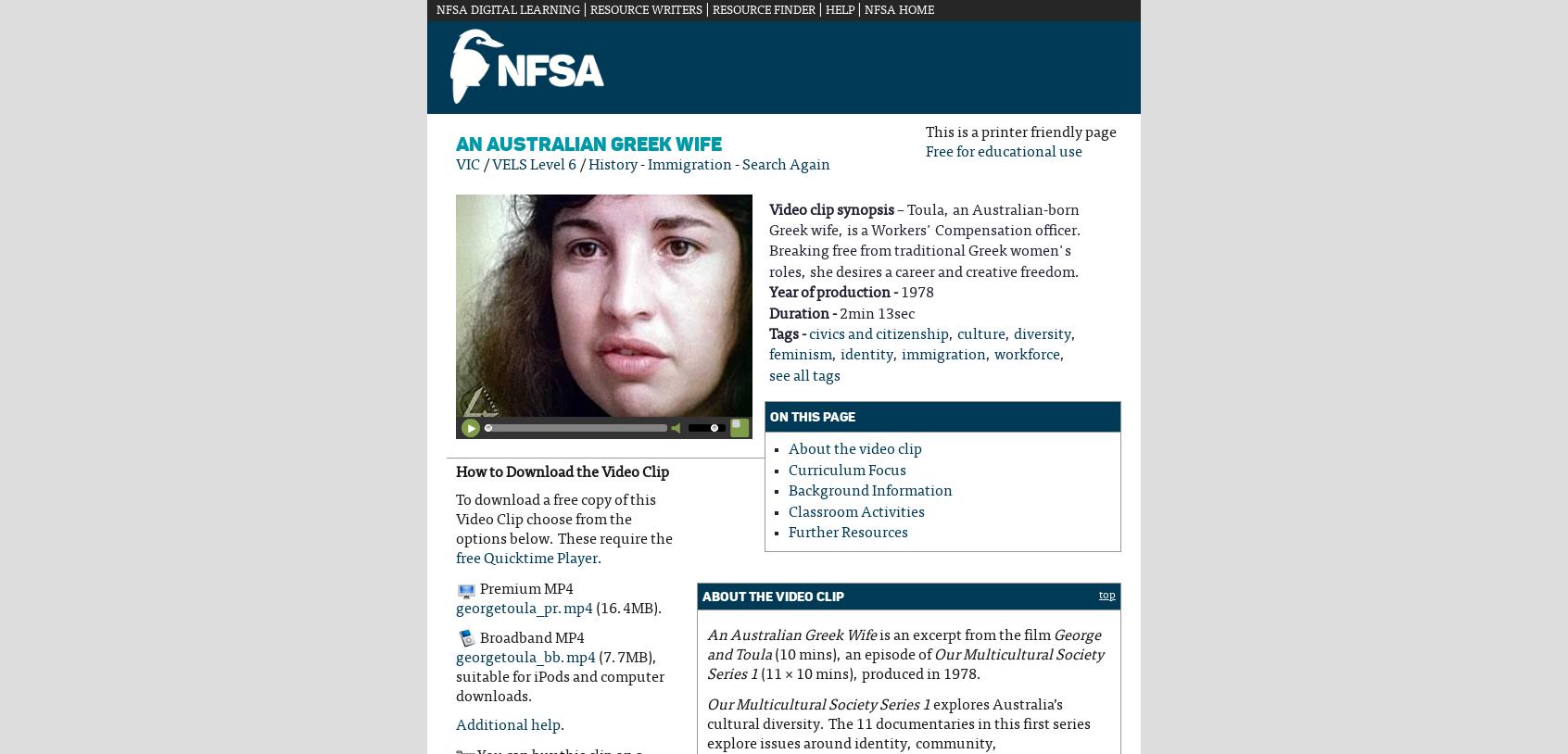 This screenshot has height=754, width=1568. Describe the element at coordinates (803, 376) in the screenshot. I see `'see all tags'` at that location.